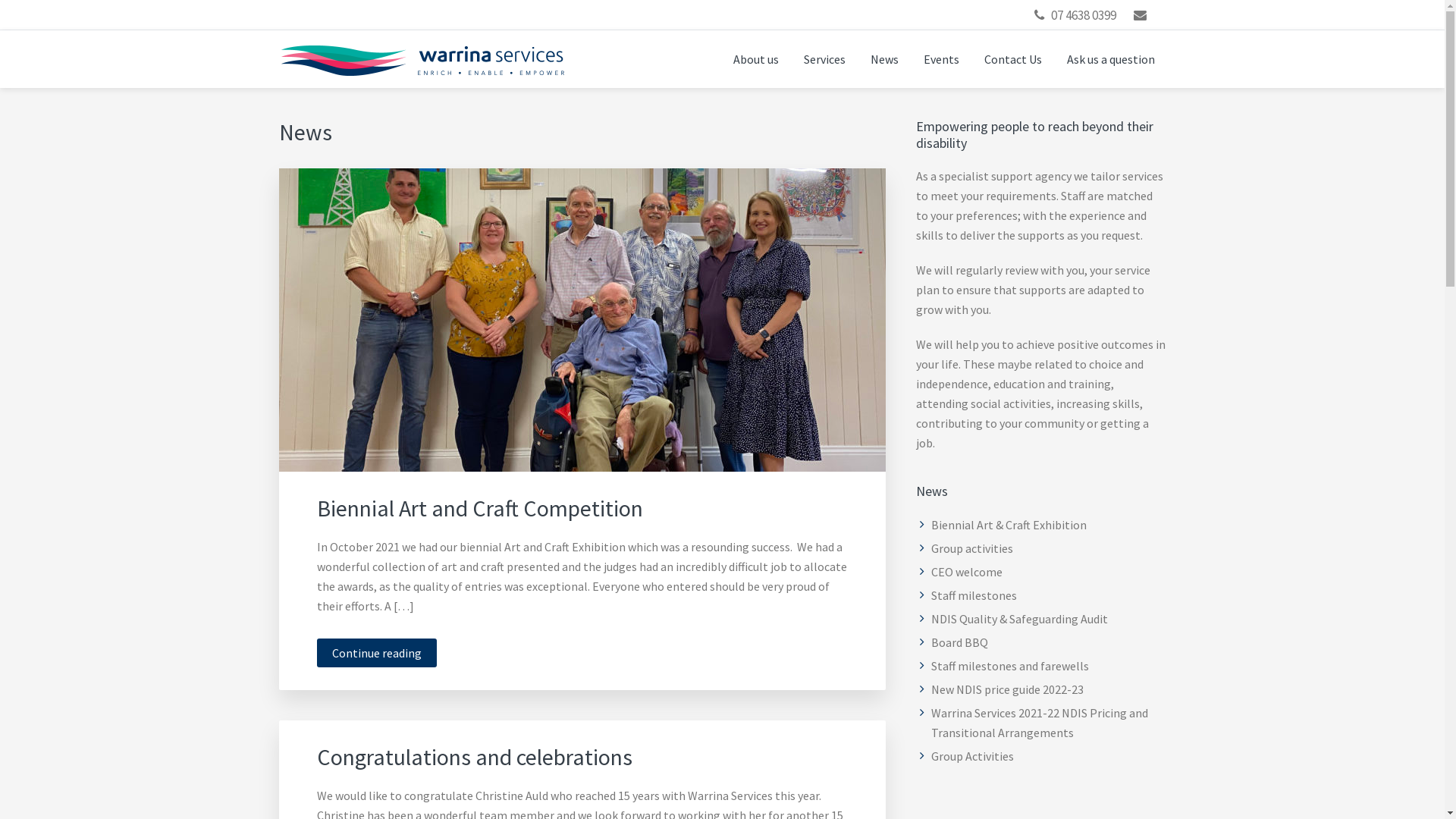 The image size is (1456, 819). I want to click on 'NDIS Quality & Safeguarding Audit', so click(1019, 619).